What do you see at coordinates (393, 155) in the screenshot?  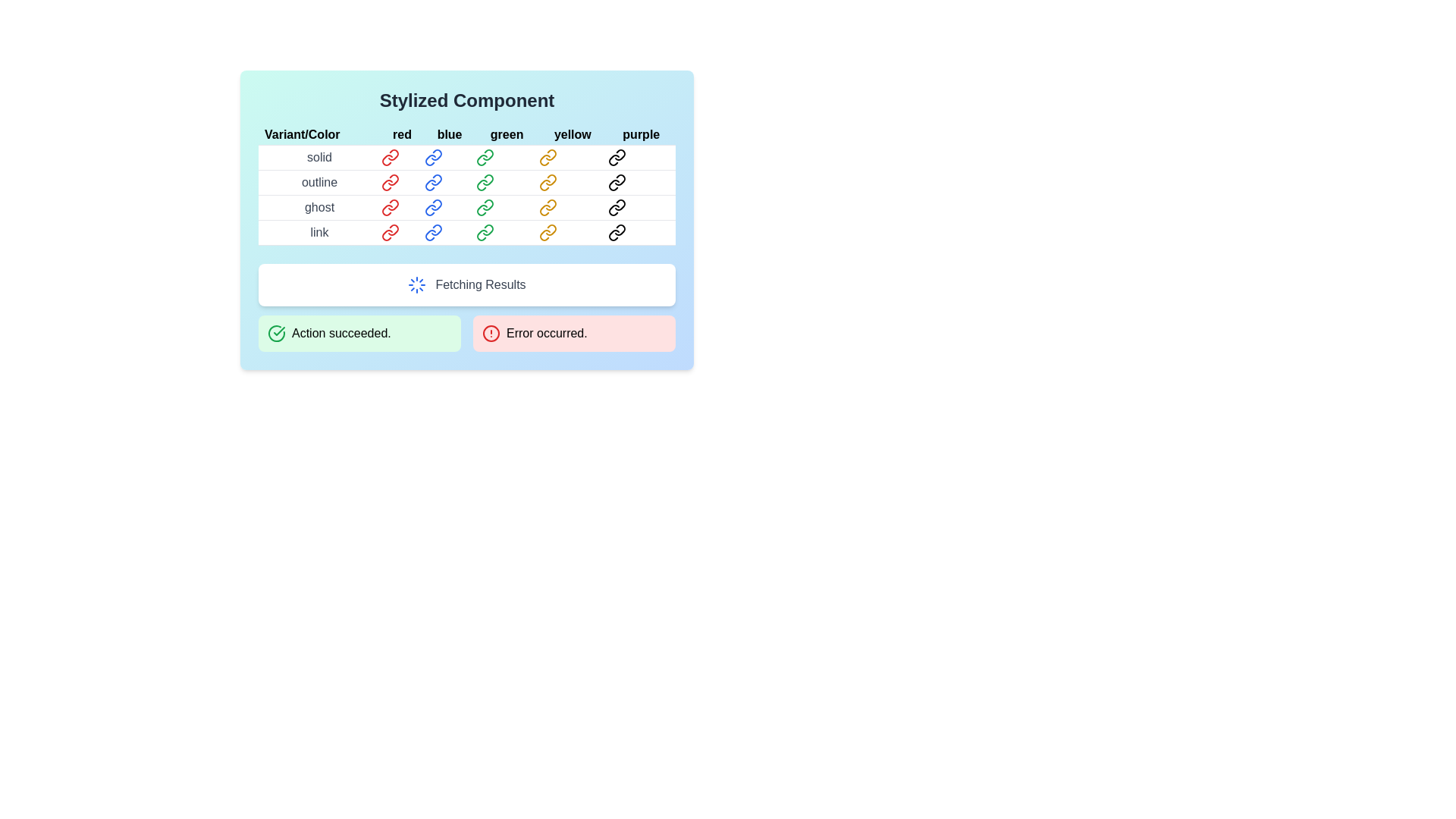 I see `the red chain-like icon located in the first cell of the table under the 'red' column and 'solid' row` at bounding box center [393, 155].